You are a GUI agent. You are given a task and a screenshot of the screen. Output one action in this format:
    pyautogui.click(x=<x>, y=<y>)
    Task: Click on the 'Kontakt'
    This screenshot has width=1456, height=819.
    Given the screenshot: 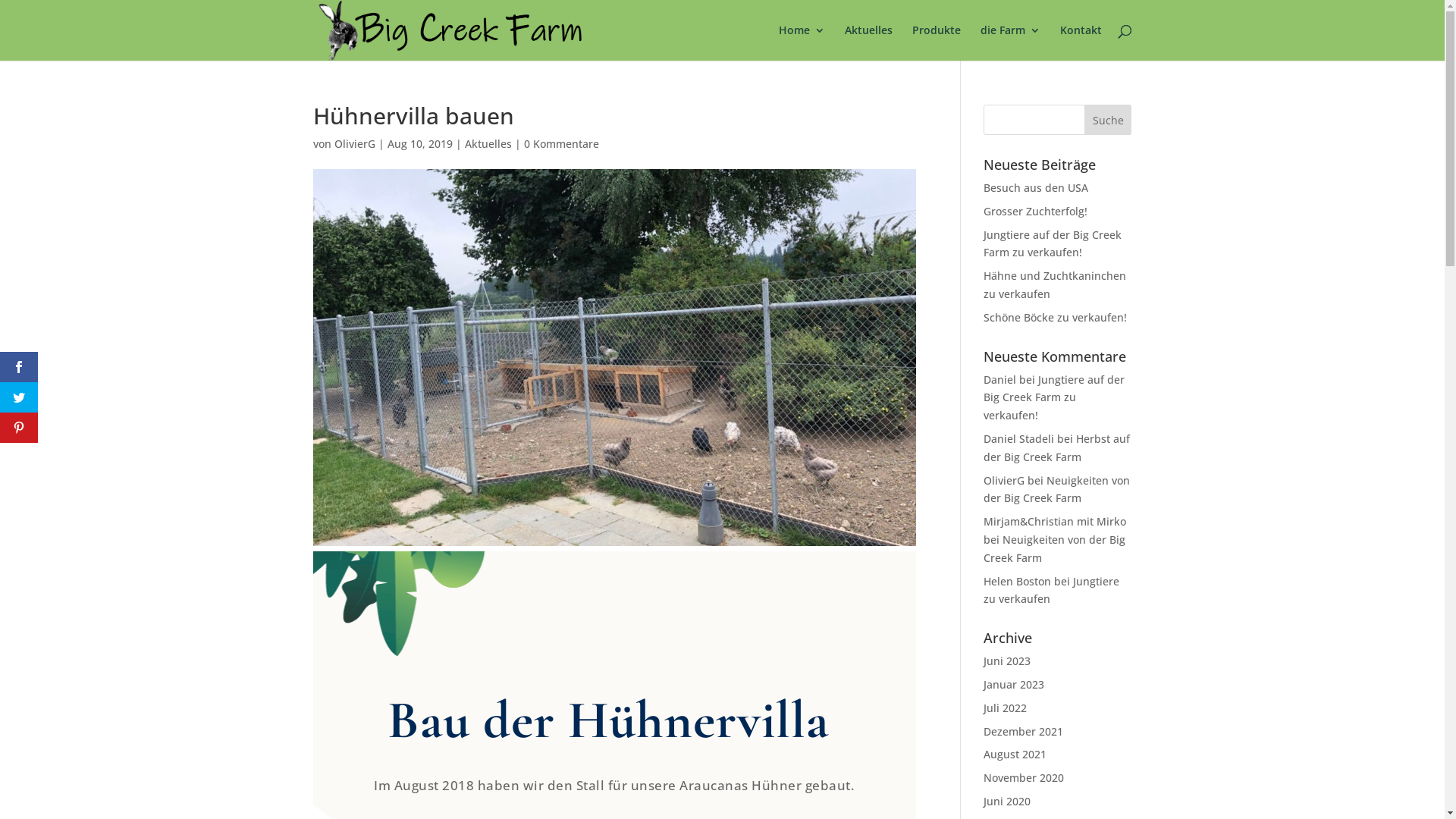 What is the action you would take?
    pyautogui.click(x=1059, y=42)
    